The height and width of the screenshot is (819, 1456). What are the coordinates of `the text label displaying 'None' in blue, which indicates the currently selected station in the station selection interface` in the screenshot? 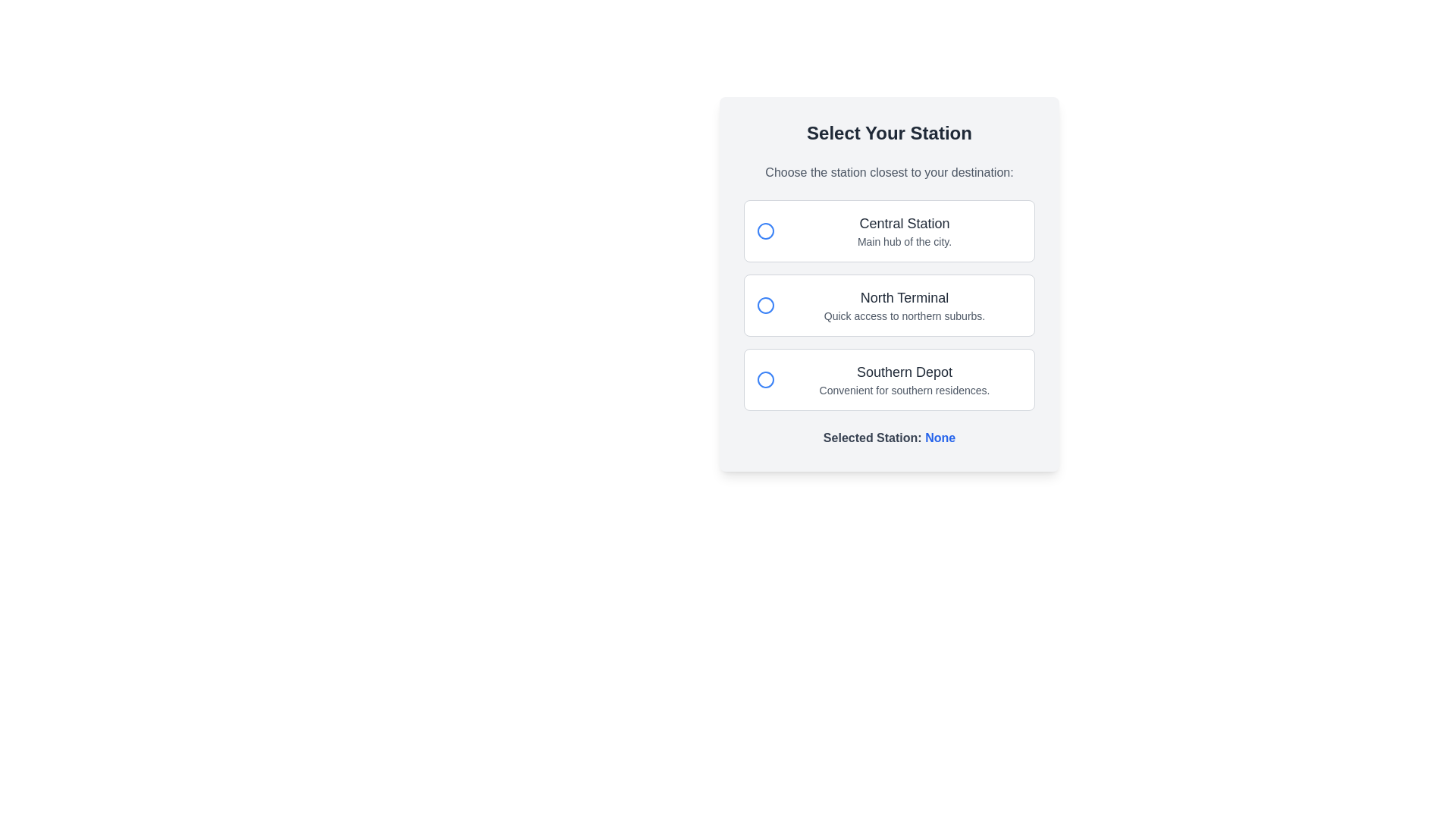 It's located at (940, 438).